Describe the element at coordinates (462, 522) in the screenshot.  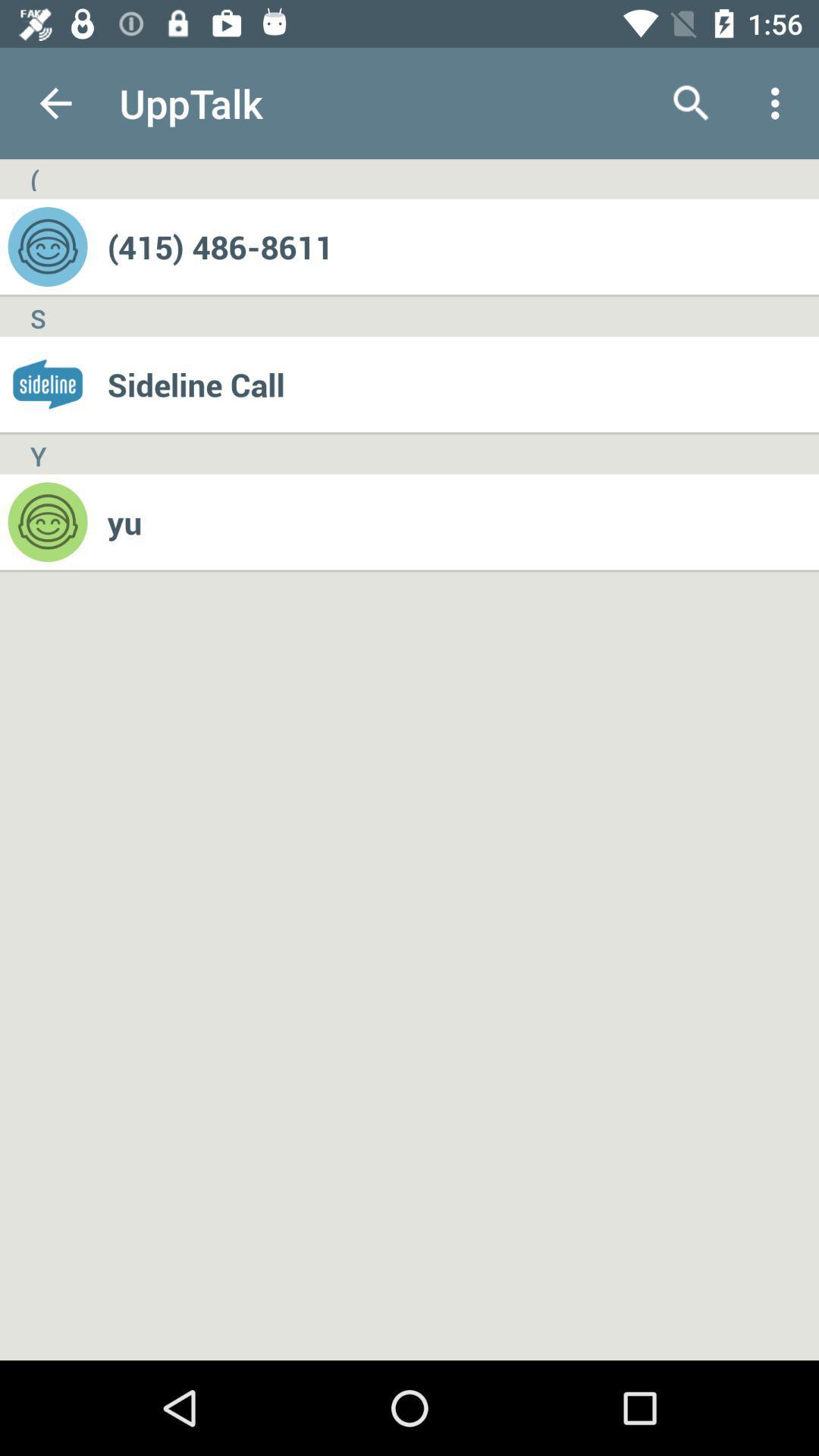
I see `icon below sideline call` at that location.